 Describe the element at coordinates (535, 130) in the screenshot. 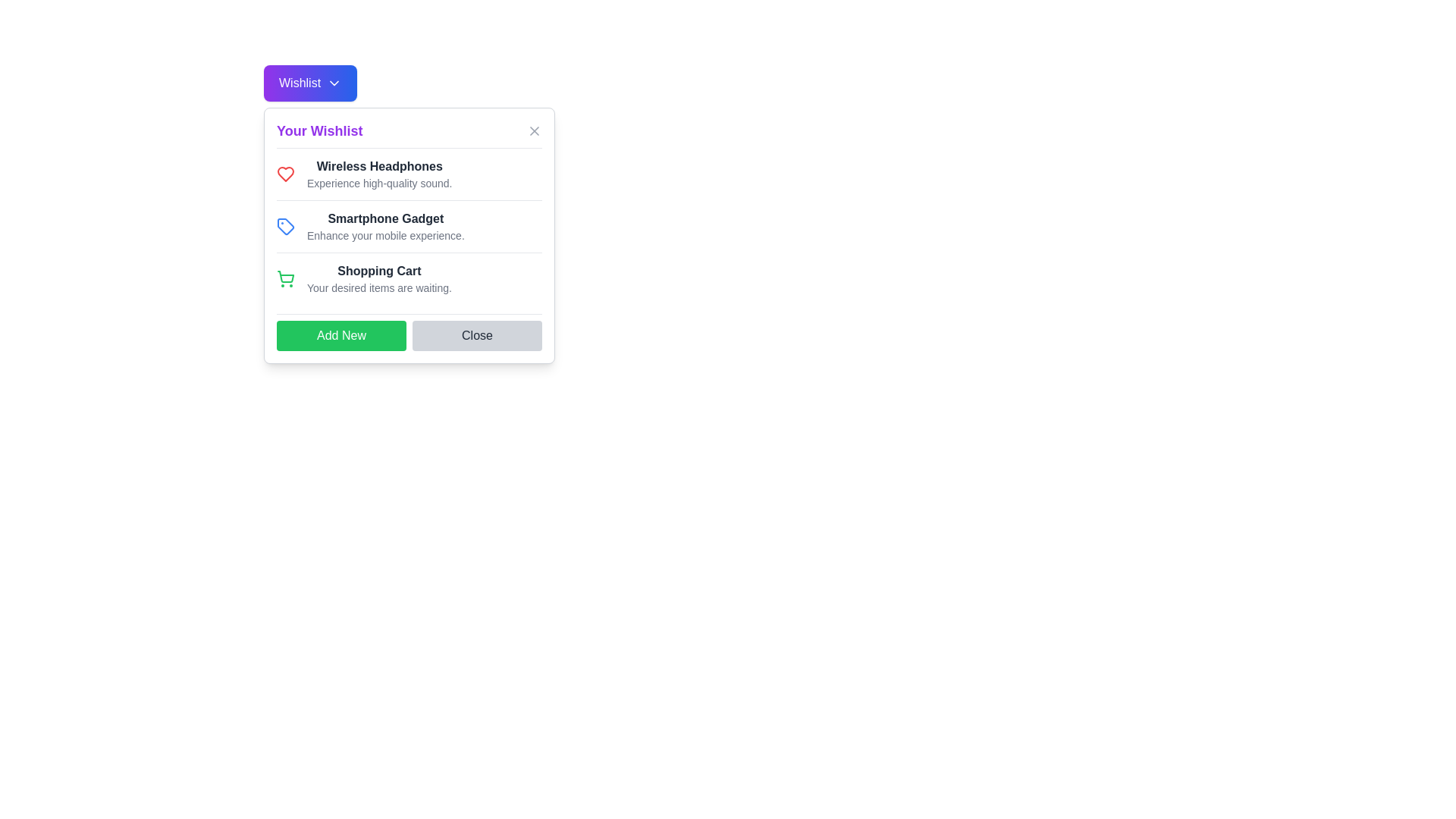

I see `the close button icon located at the top-right corner of the popup window, aligned with the title 'Your Wishlist'` at that location.